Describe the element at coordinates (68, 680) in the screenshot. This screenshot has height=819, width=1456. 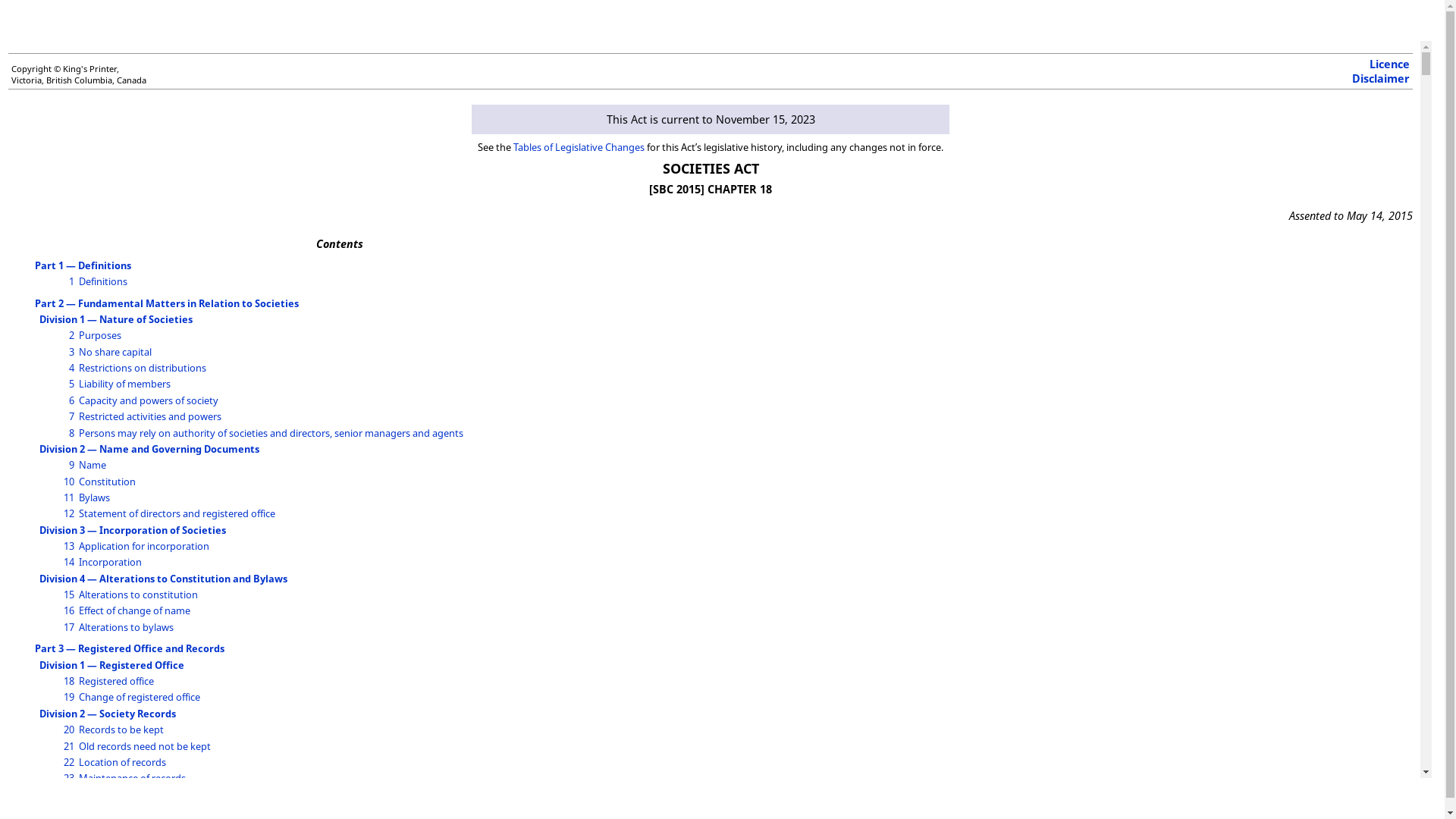
I see `'18'` at that location.